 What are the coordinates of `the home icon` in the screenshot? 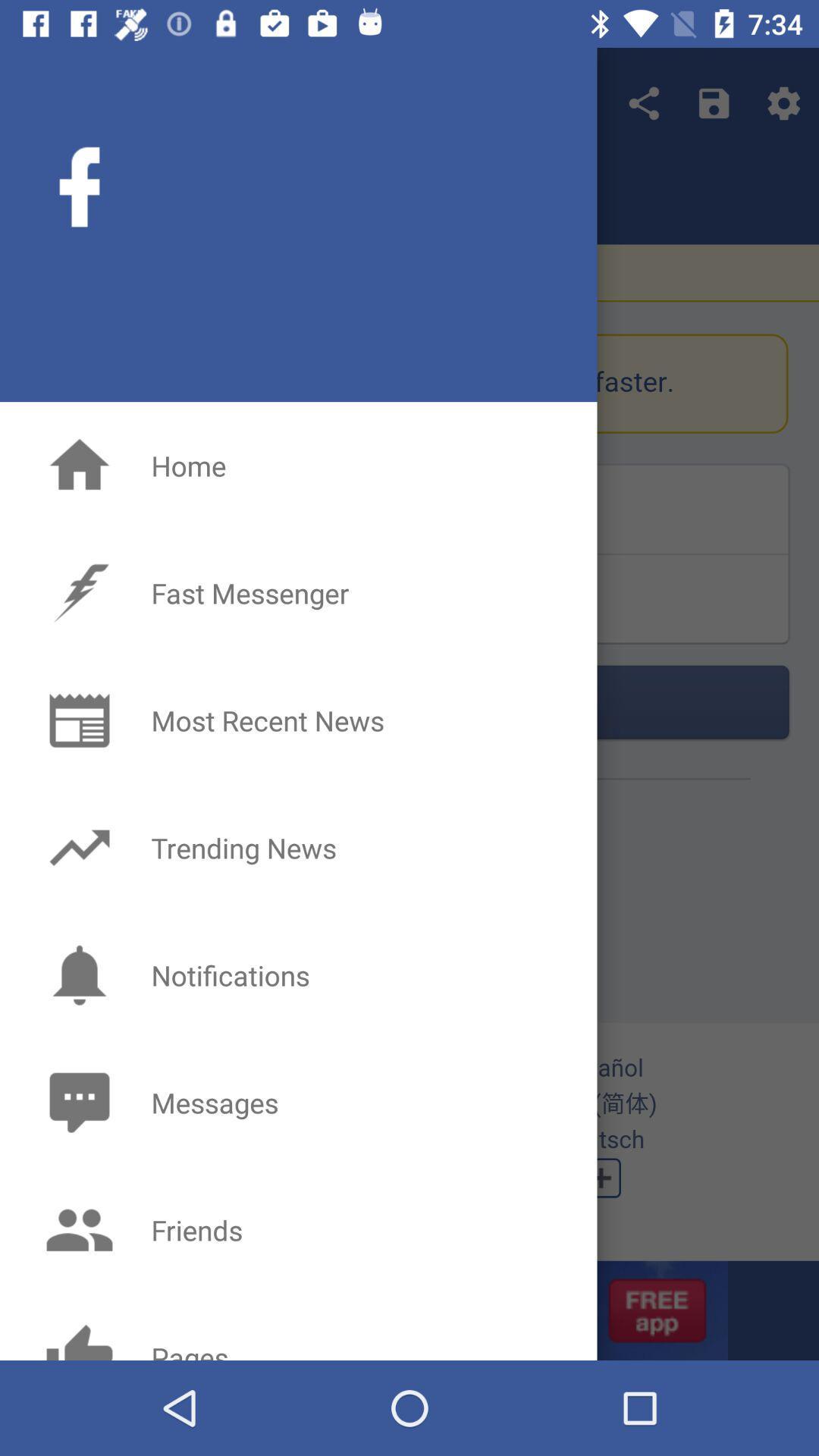 It's located at (79, 465).